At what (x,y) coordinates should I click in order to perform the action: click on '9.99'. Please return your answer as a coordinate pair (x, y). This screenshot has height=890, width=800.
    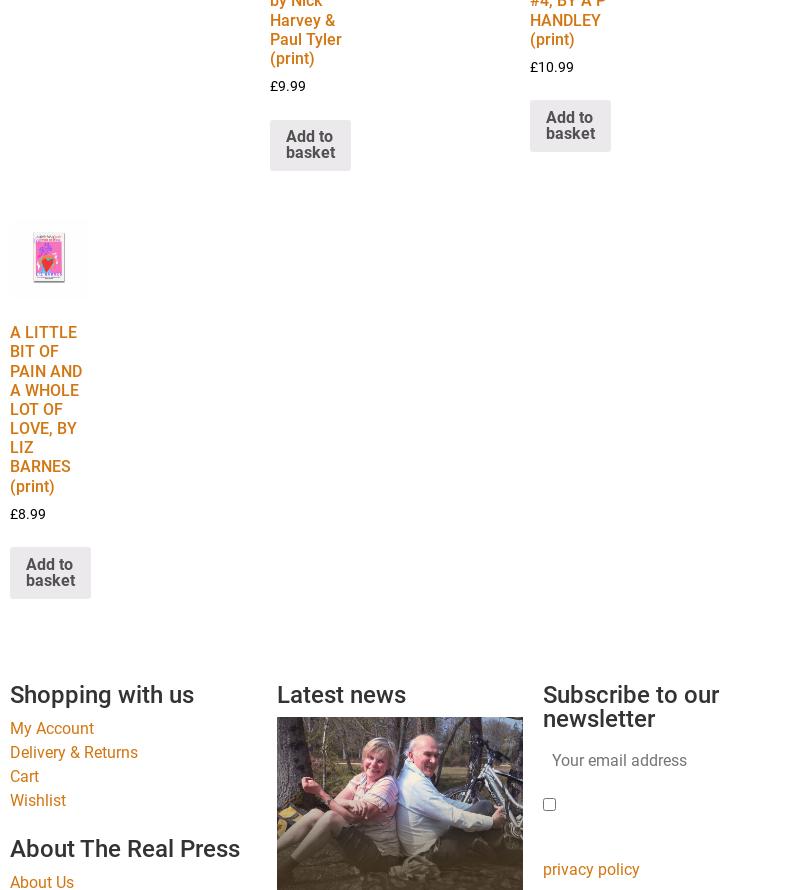
    Looking at the image, I should click on (278, 84).